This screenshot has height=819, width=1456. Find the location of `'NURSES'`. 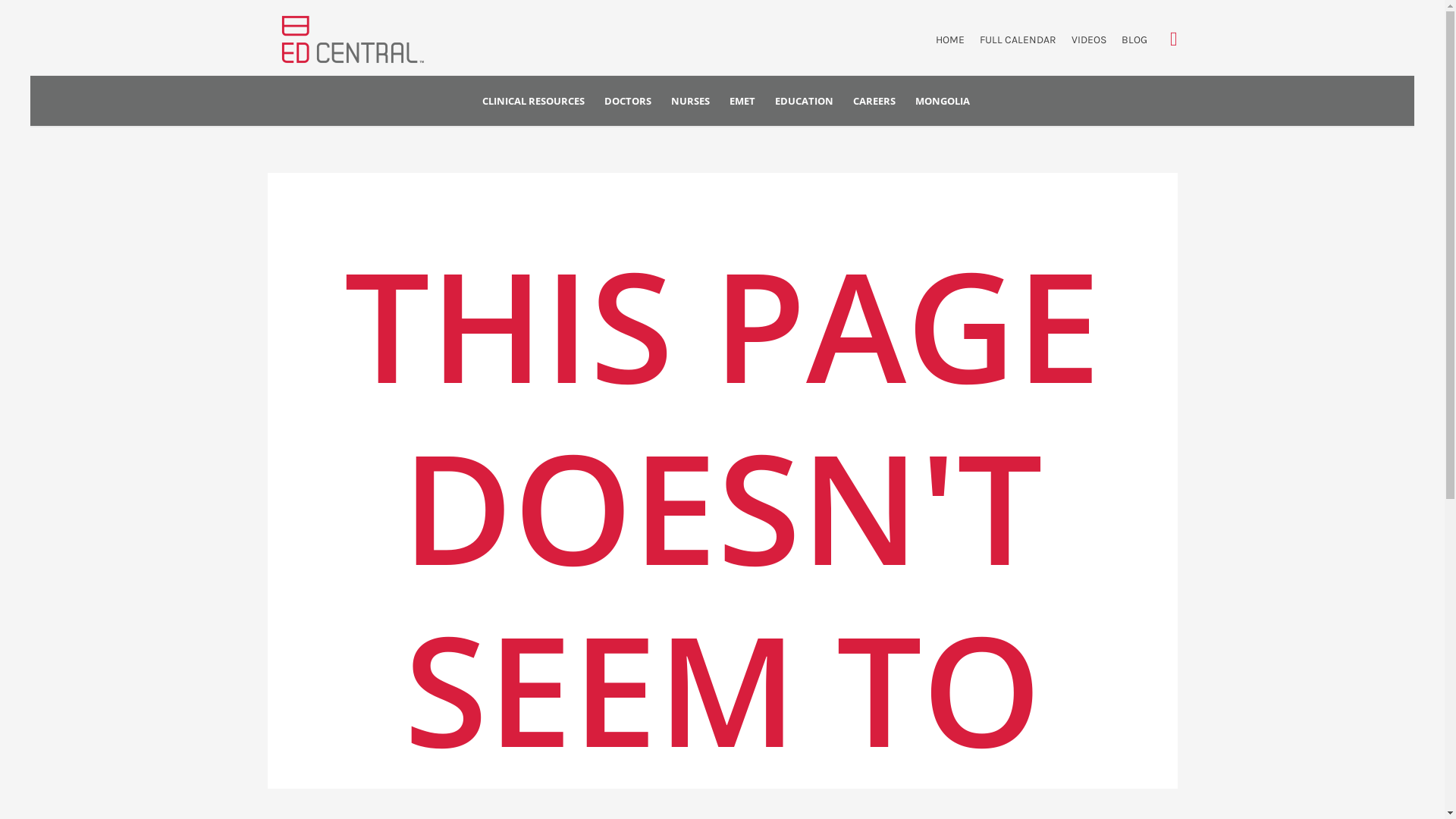

'NURSES' is located at coordinates (661, 101).